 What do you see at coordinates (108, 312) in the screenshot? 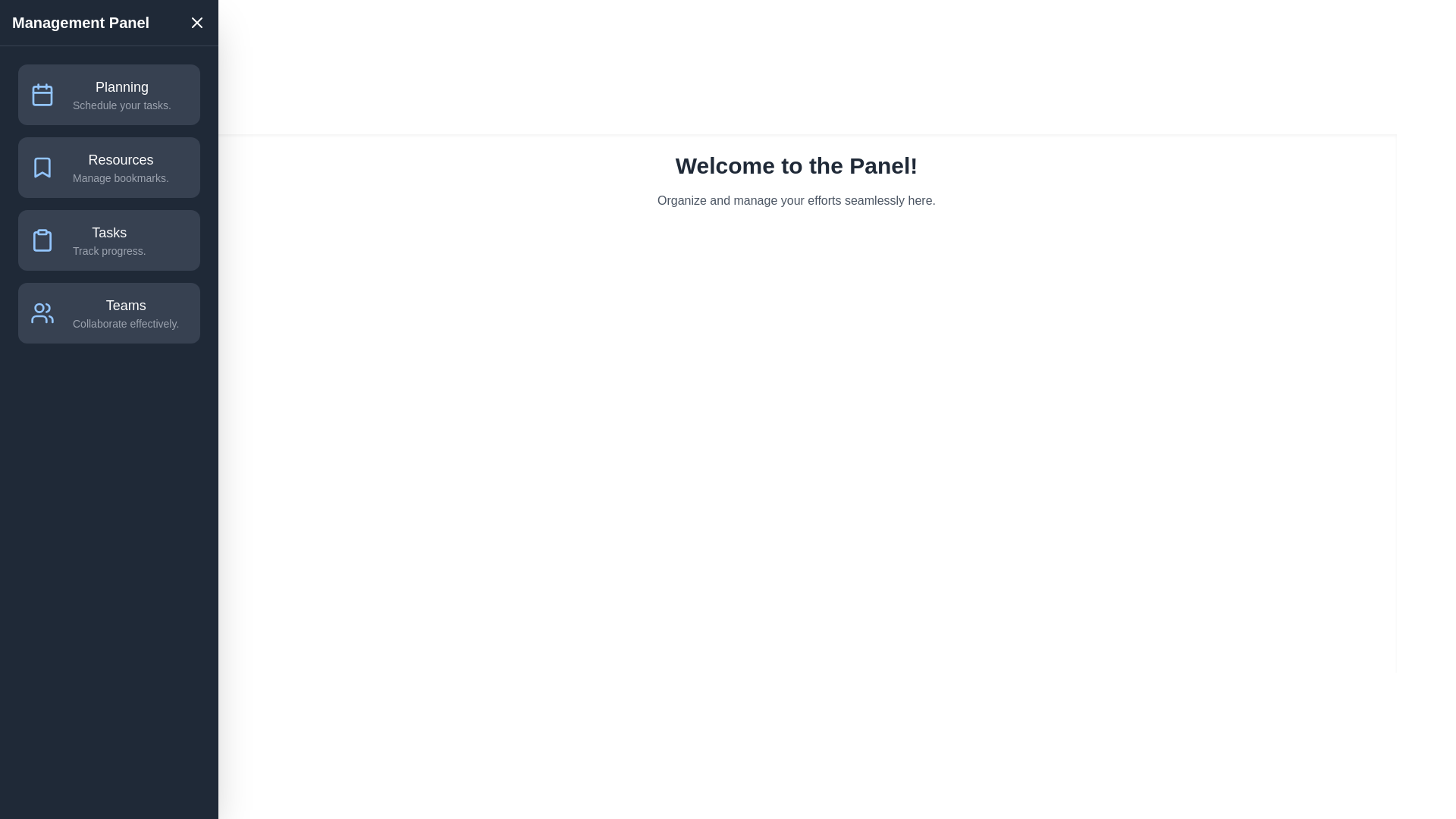
I see `the menu item Teams in the drawer` at bounding box center [108, 312].